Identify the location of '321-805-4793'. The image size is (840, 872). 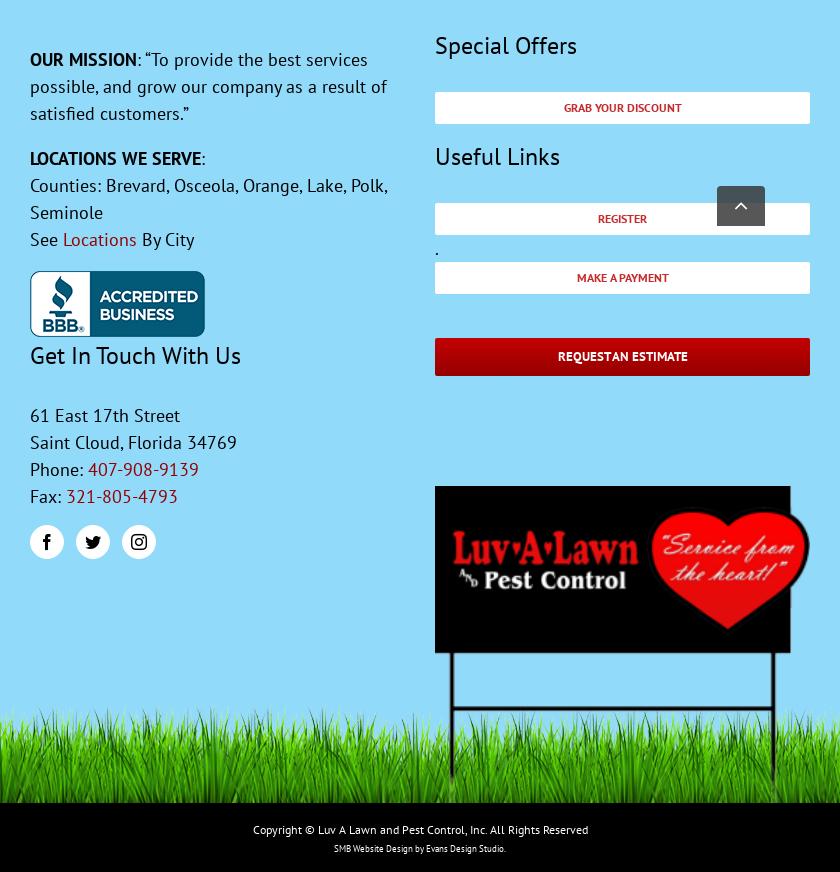
(120, 495).